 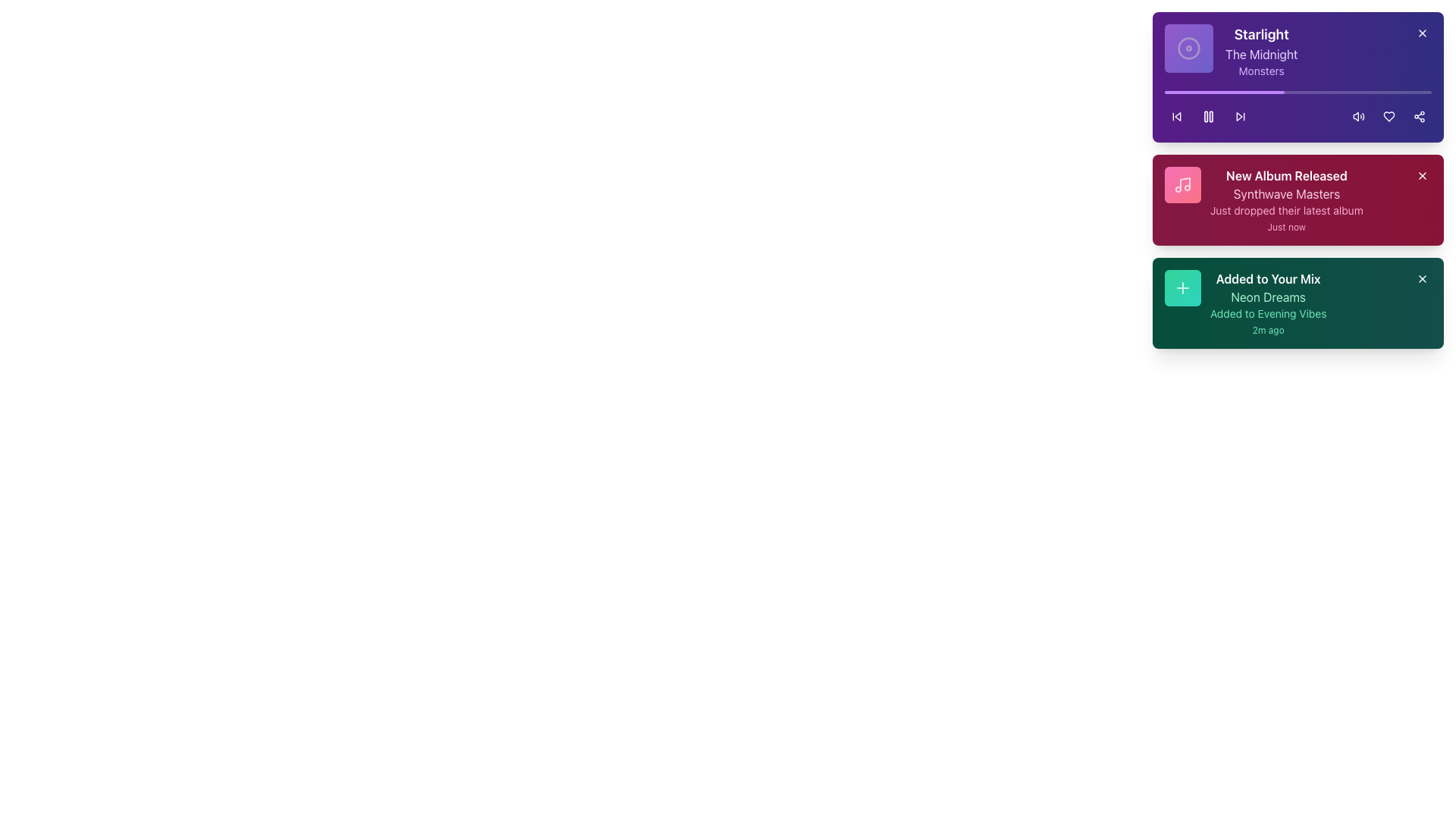 What do you see at coordinates (1298, 51) in the screenshot?
I see `the first Informational card that provides details about a music album or artist, which is located at the top of the list and is centered horizontally within a purple-colored card` at bounding box center [1298, 51].